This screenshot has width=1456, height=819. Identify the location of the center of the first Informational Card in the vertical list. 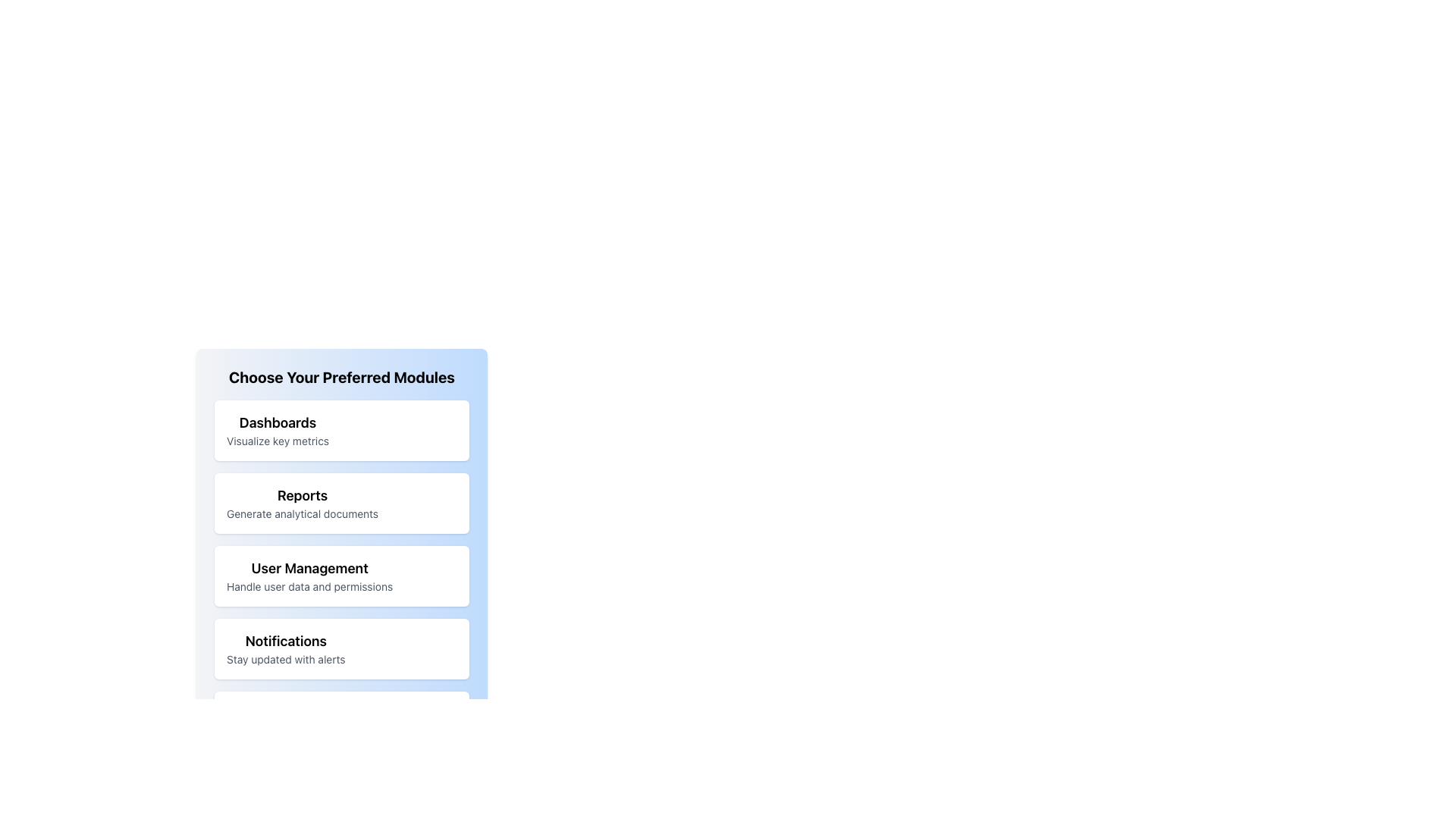
(341, 430).